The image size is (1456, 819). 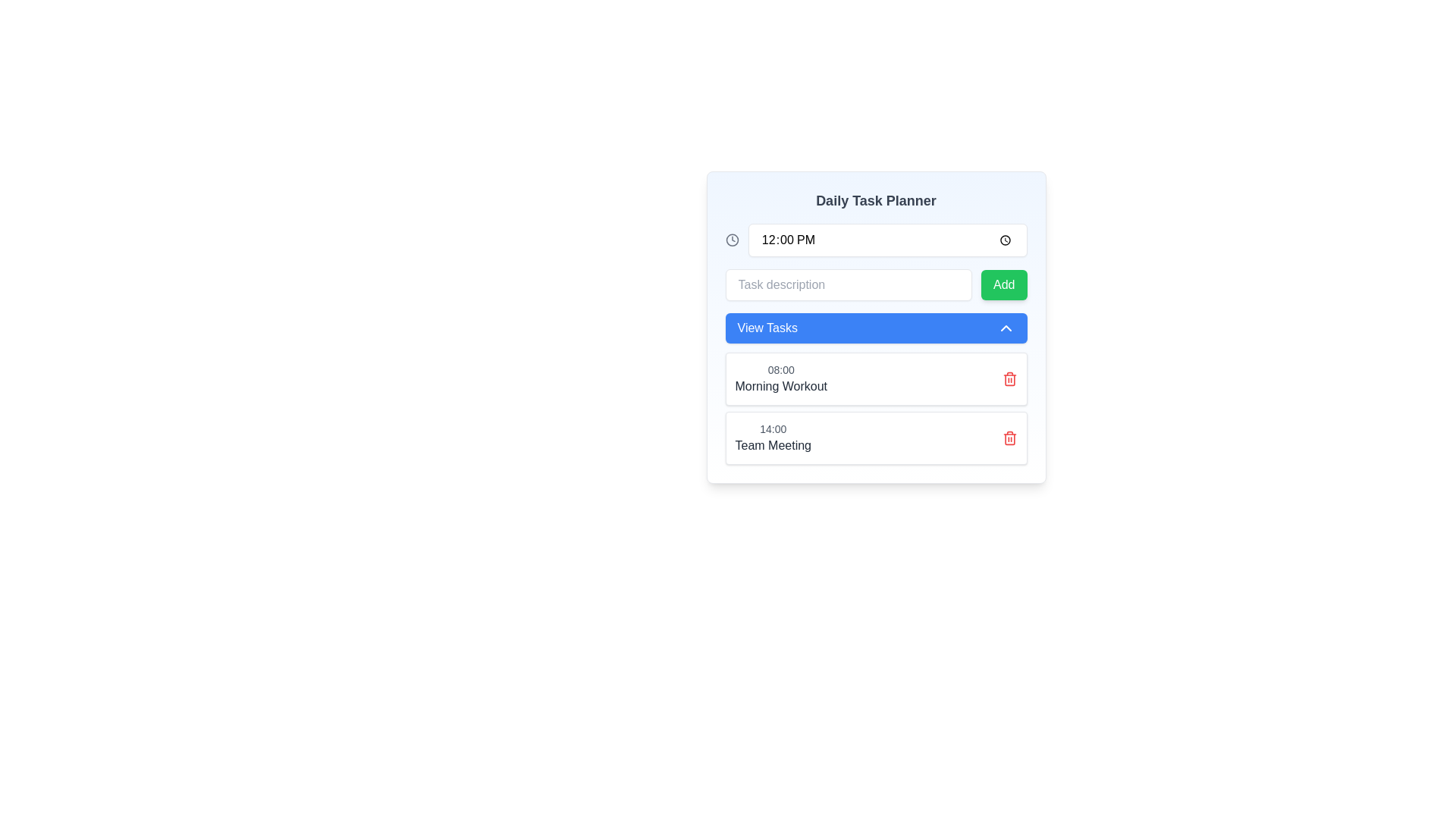 I want to click on the time-related icon located in the top bar of the task planner interface, positioned to the right of the '12:00 PM' time input field, so click(x=732, y=239).